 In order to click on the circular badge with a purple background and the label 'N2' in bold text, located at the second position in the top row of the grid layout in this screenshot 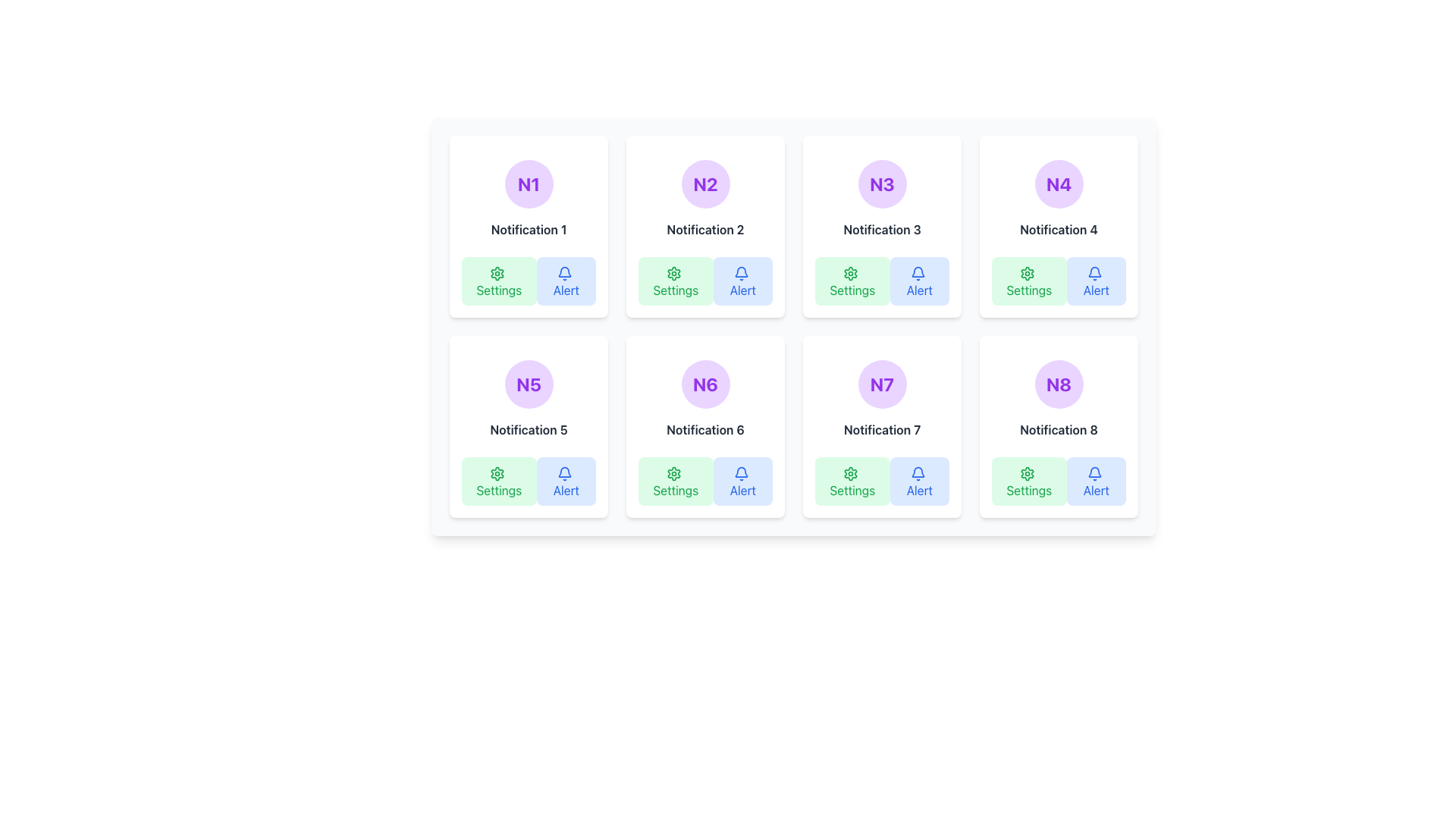, I will do `click(704, 184)`.